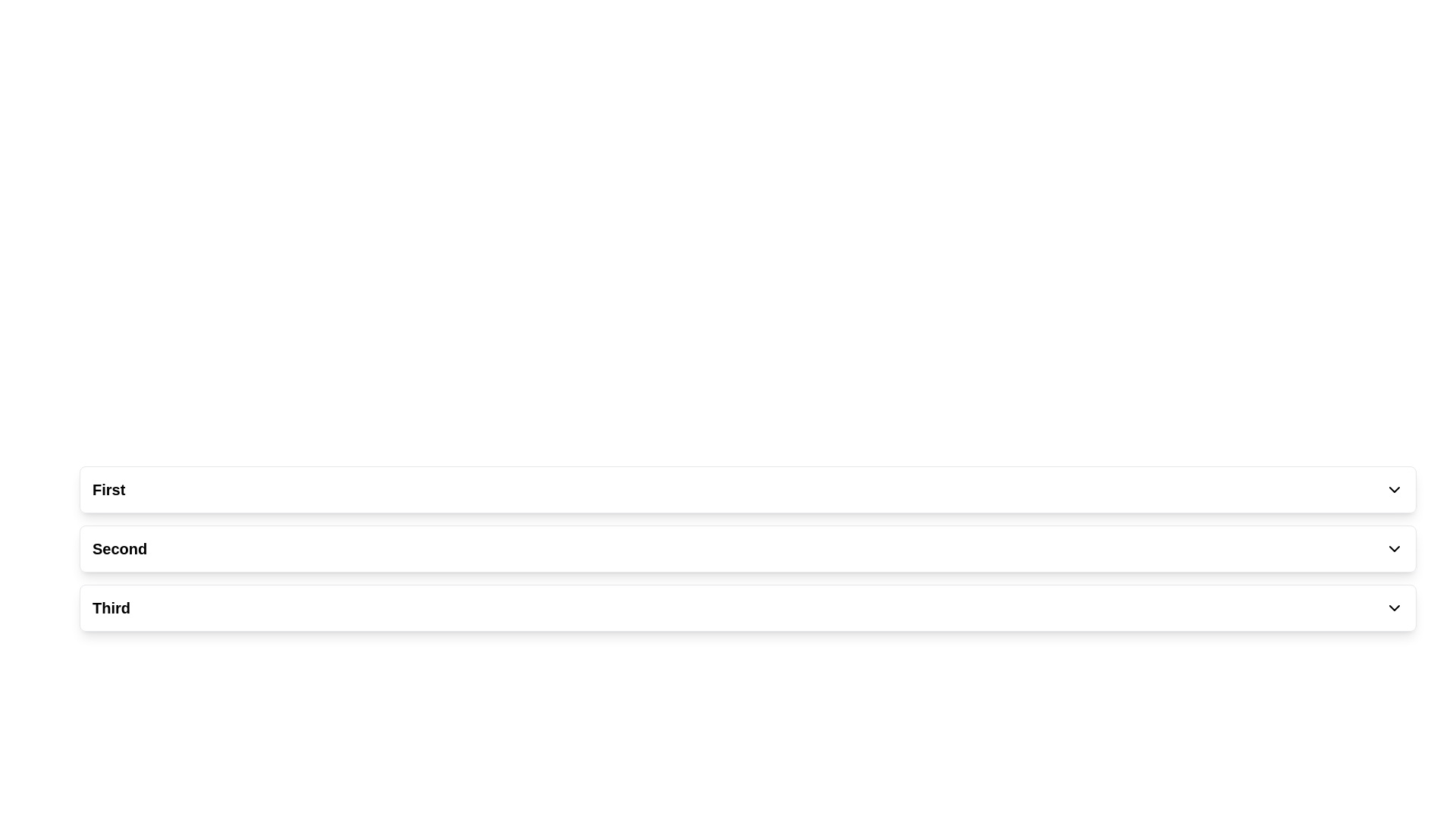 This screenshot has height=819, width=1456. Describe the element at coordinates (748, 549) in the screenshot. I see `the second Dropdown list item located between 'First' and 'Third'` at that location.